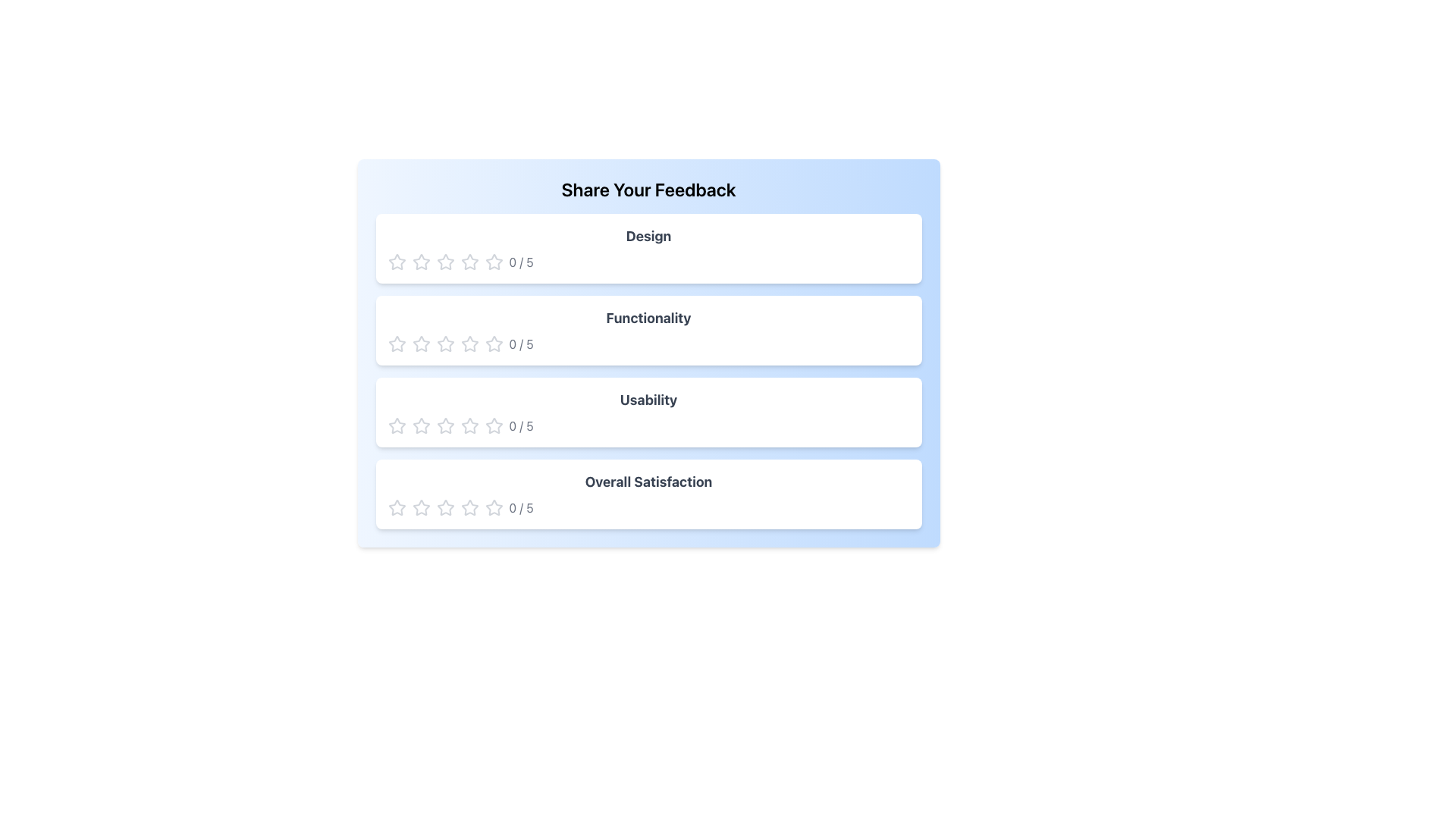 The image size is (1456, 819). What do you see at coordinates (648, 508) in the screenshot?
I see `the current rating displayed in the Rating Widget showing '0 / 5' with empty star icons for no rating yet` at bounding box center [648, 508].